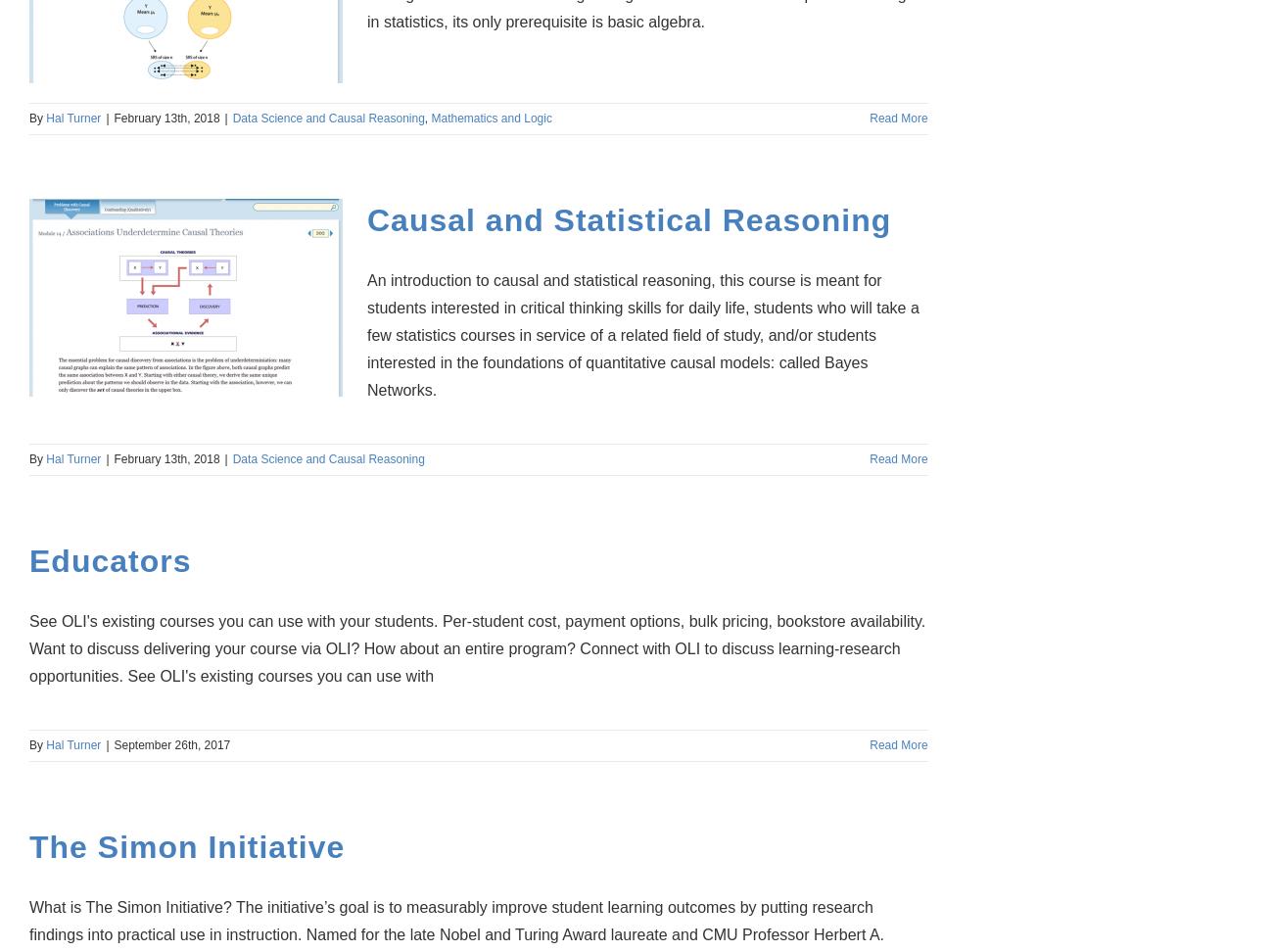 The height and width of the screenshot is (952, 1273). Describe the element at coordinates (491, 118) in the screenshot. I see `'Mathematics and Logic'` at that location.